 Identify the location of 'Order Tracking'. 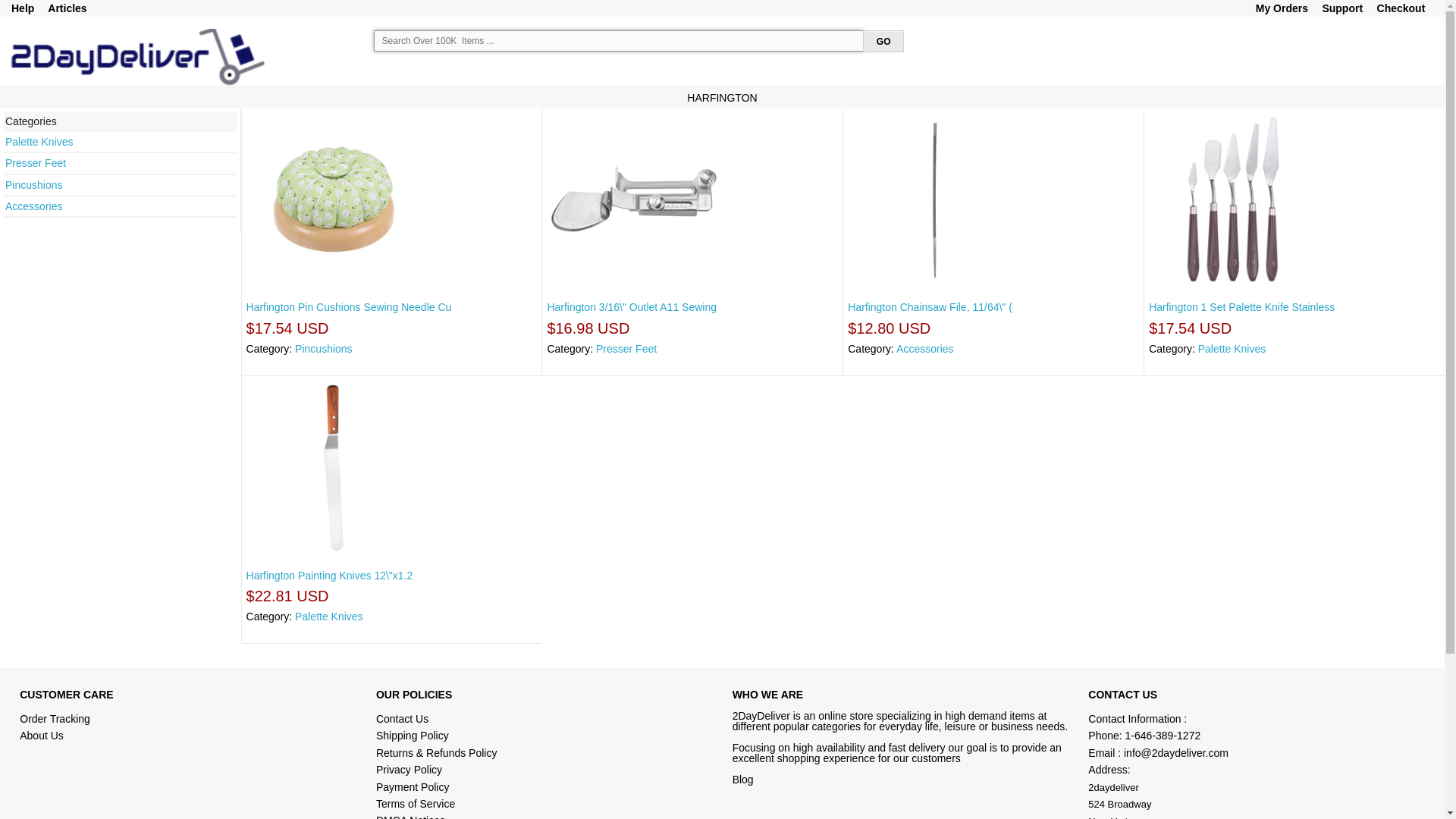
(55, 718).